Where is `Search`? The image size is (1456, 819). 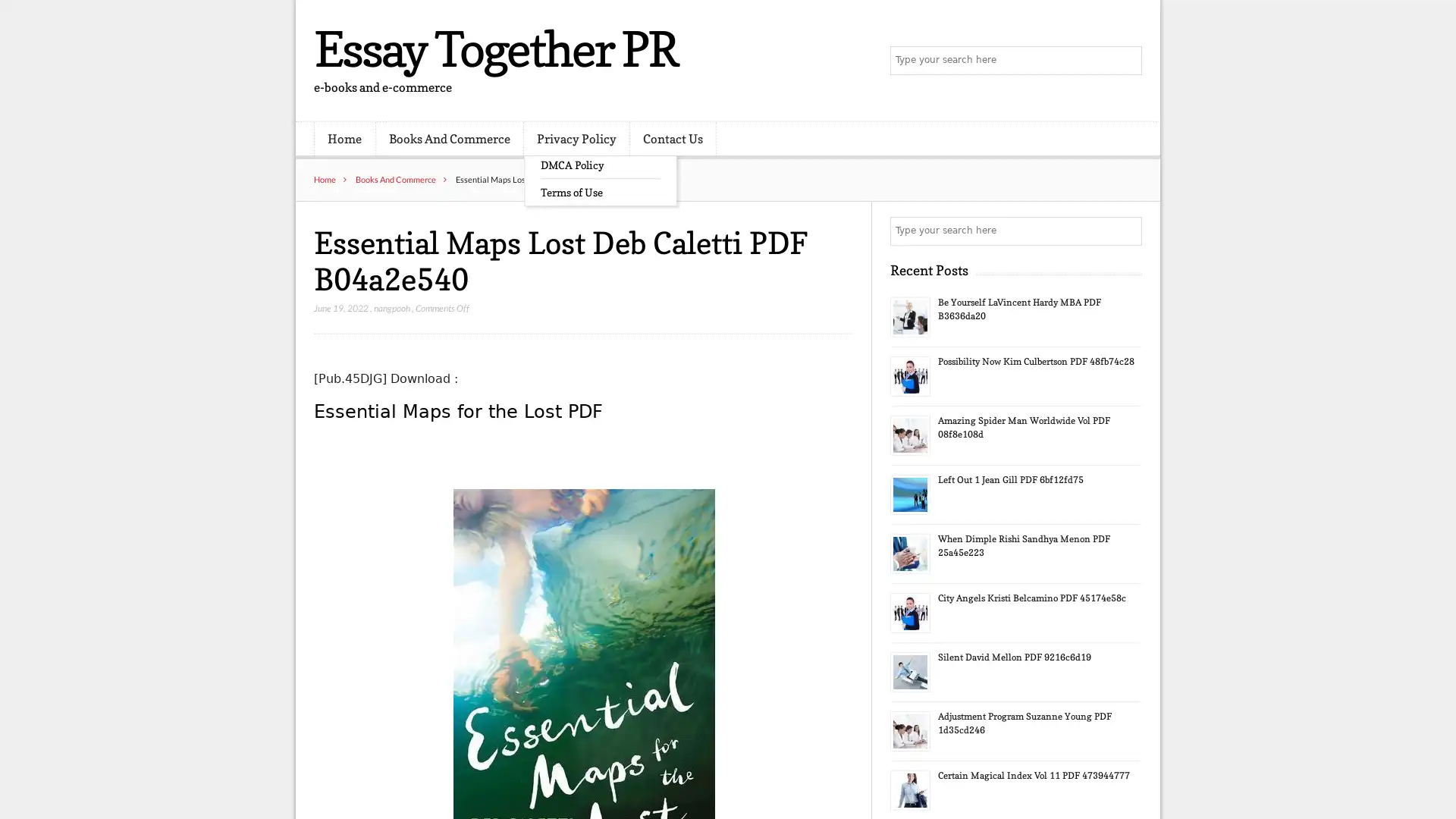
Search is located at coordinates (1126, 61).